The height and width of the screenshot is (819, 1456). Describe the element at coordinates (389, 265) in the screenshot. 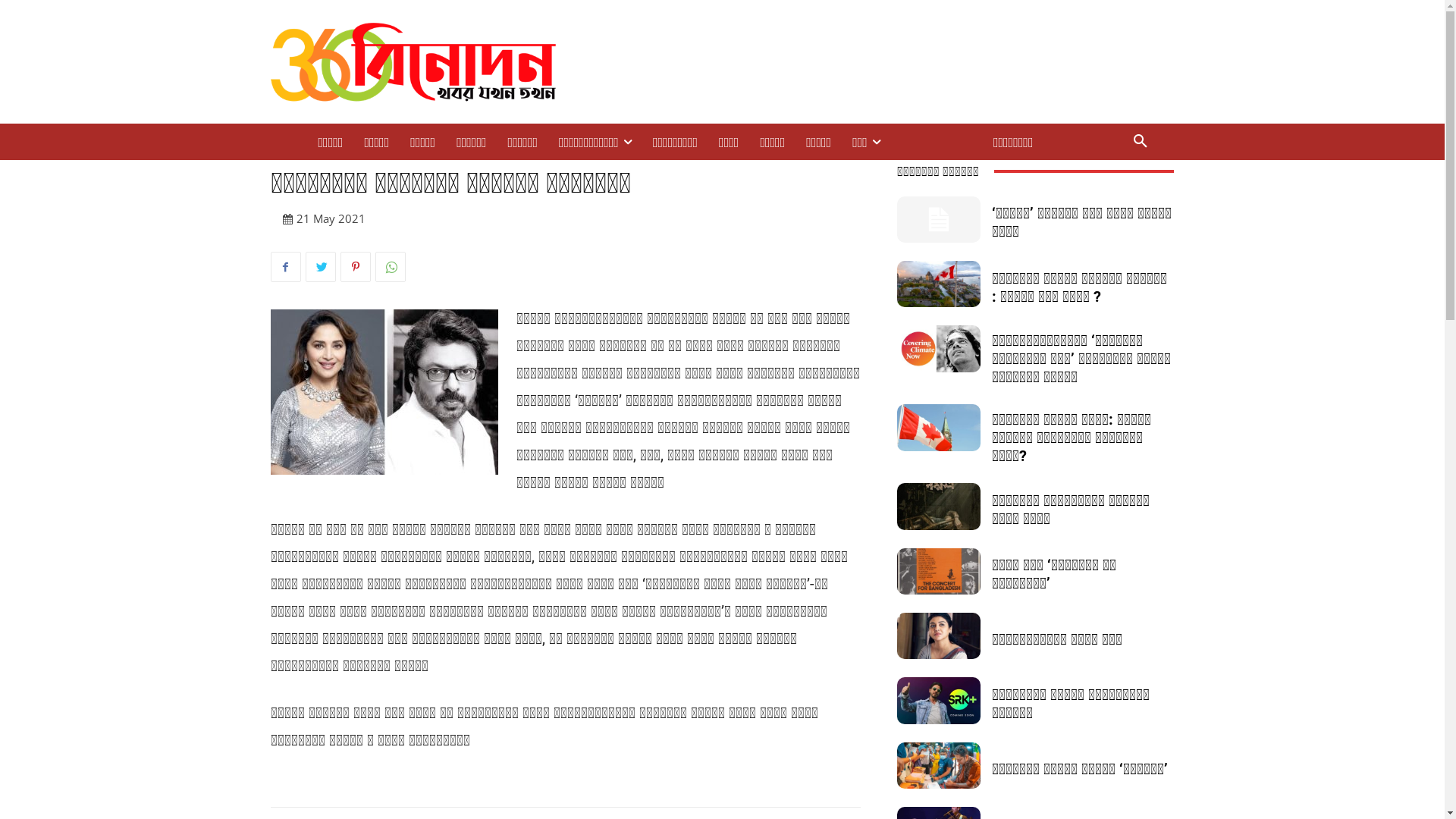

I see `'WhatsApp'` at that location.